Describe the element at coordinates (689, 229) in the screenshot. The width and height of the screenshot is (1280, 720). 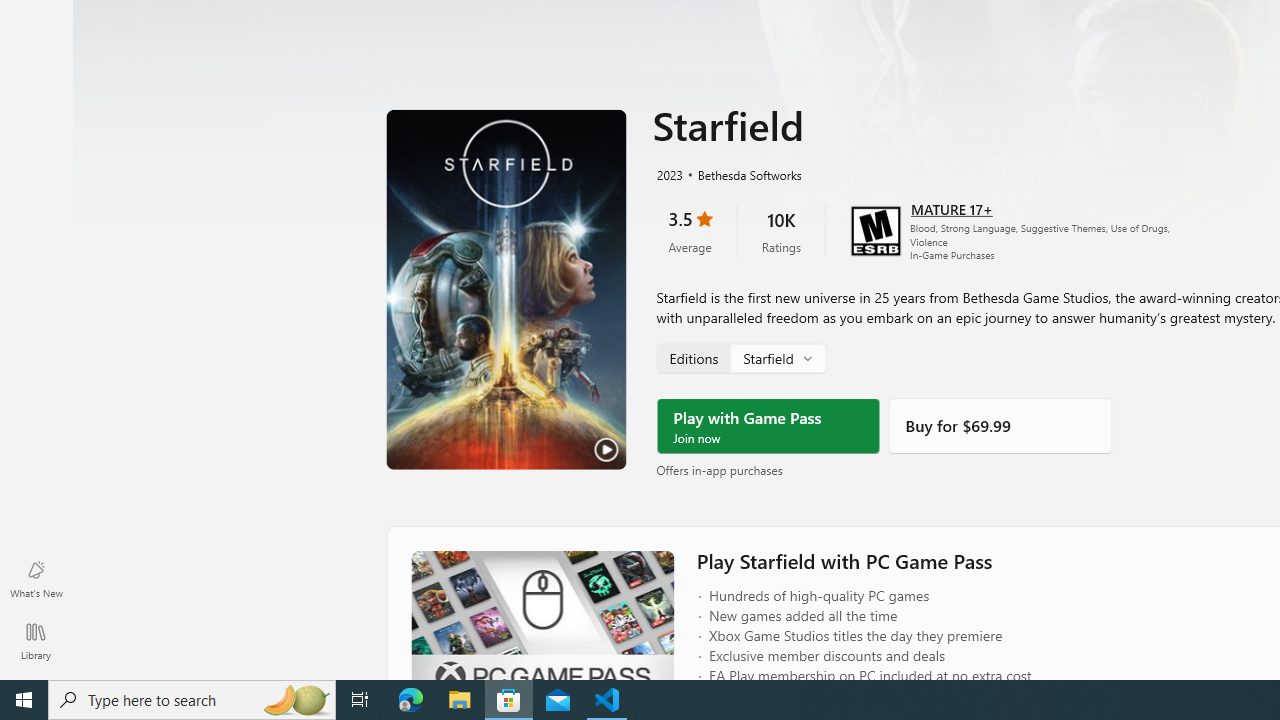
I see `'3.5 stars. Click to skip to ratings and reviews'` at that location.